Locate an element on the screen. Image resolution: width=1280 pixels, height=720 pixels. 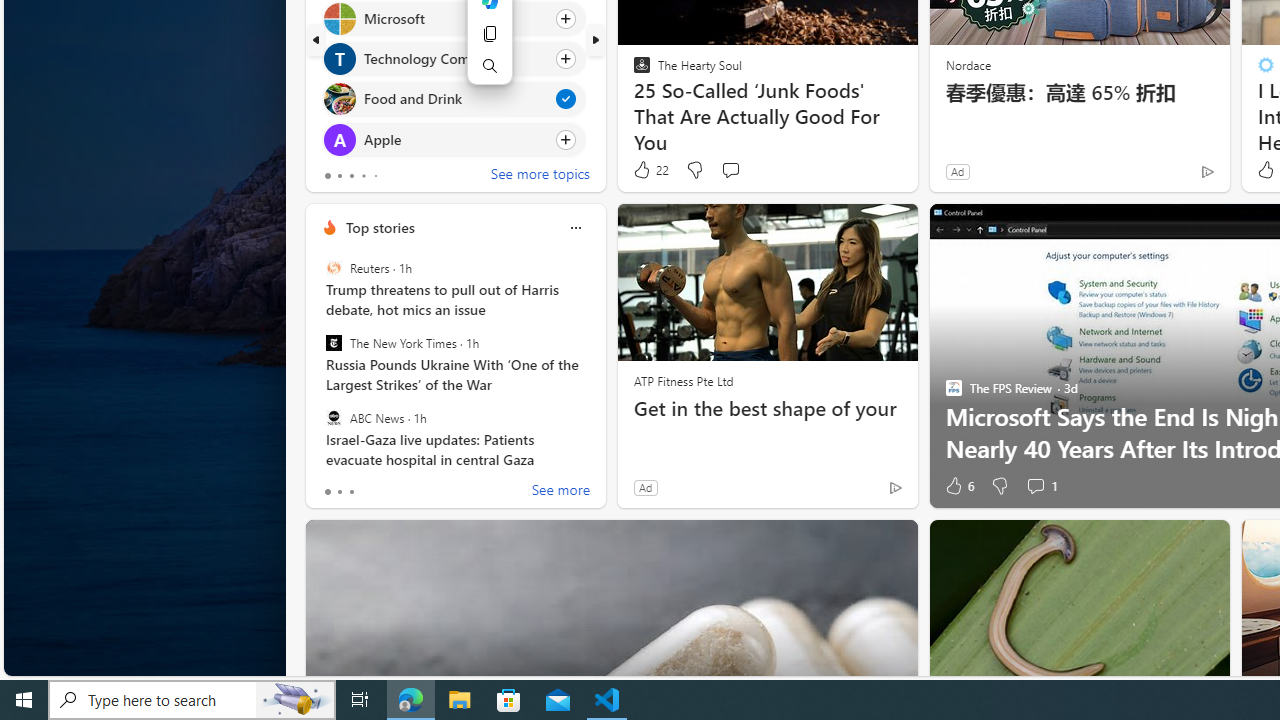
'See more topics' is located at coordinates (540, 175).